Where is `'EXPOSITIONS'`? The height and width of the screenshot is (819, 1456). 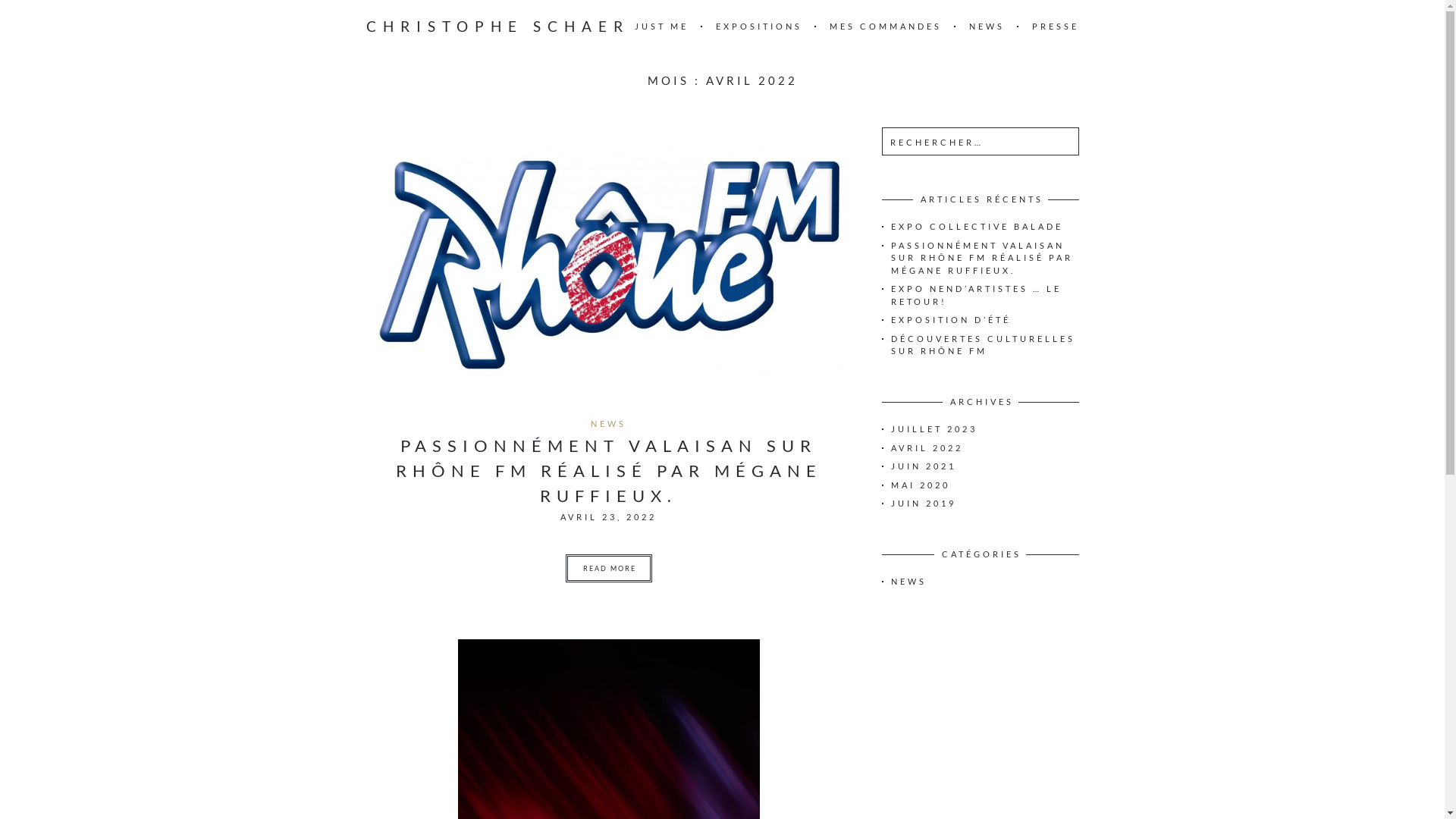
'EXPOSITIONS' is located at coordinates (759, 26).